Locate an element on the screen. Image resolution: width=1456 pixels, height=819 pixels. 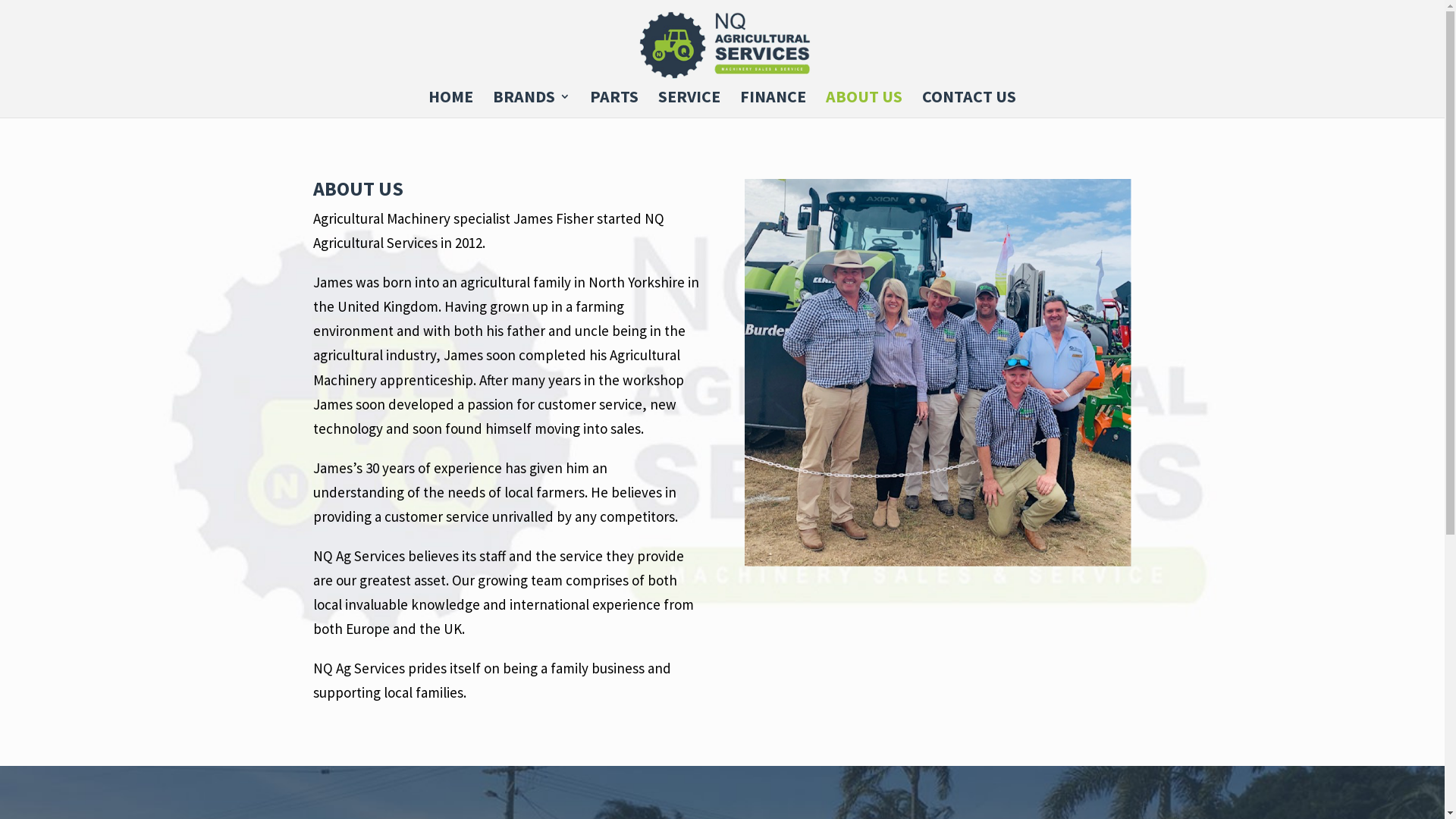
'PARTS' is located at coordinates (614, 103).